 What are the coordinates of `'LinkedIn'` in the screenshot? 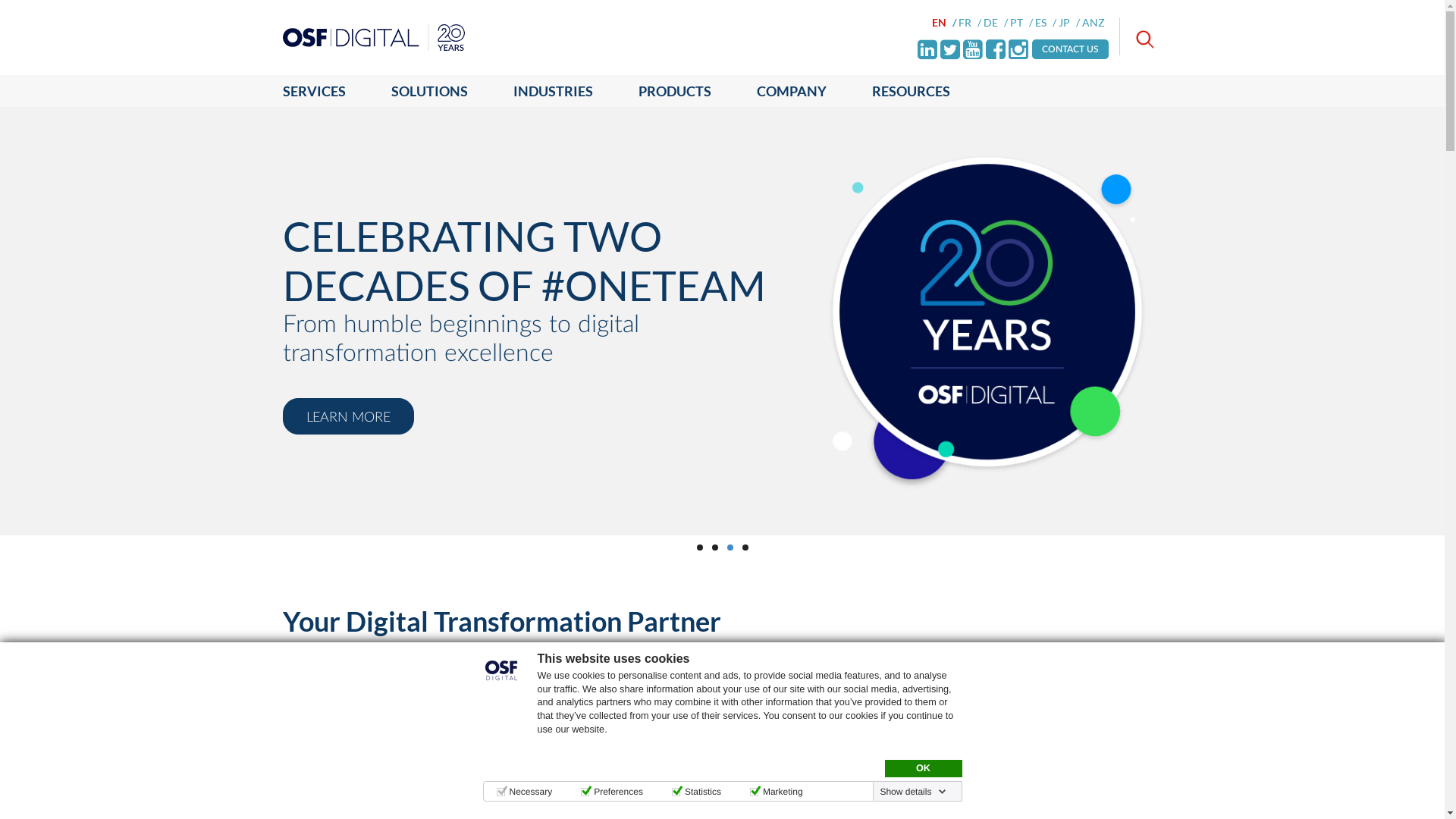 It's located at (927, 49).